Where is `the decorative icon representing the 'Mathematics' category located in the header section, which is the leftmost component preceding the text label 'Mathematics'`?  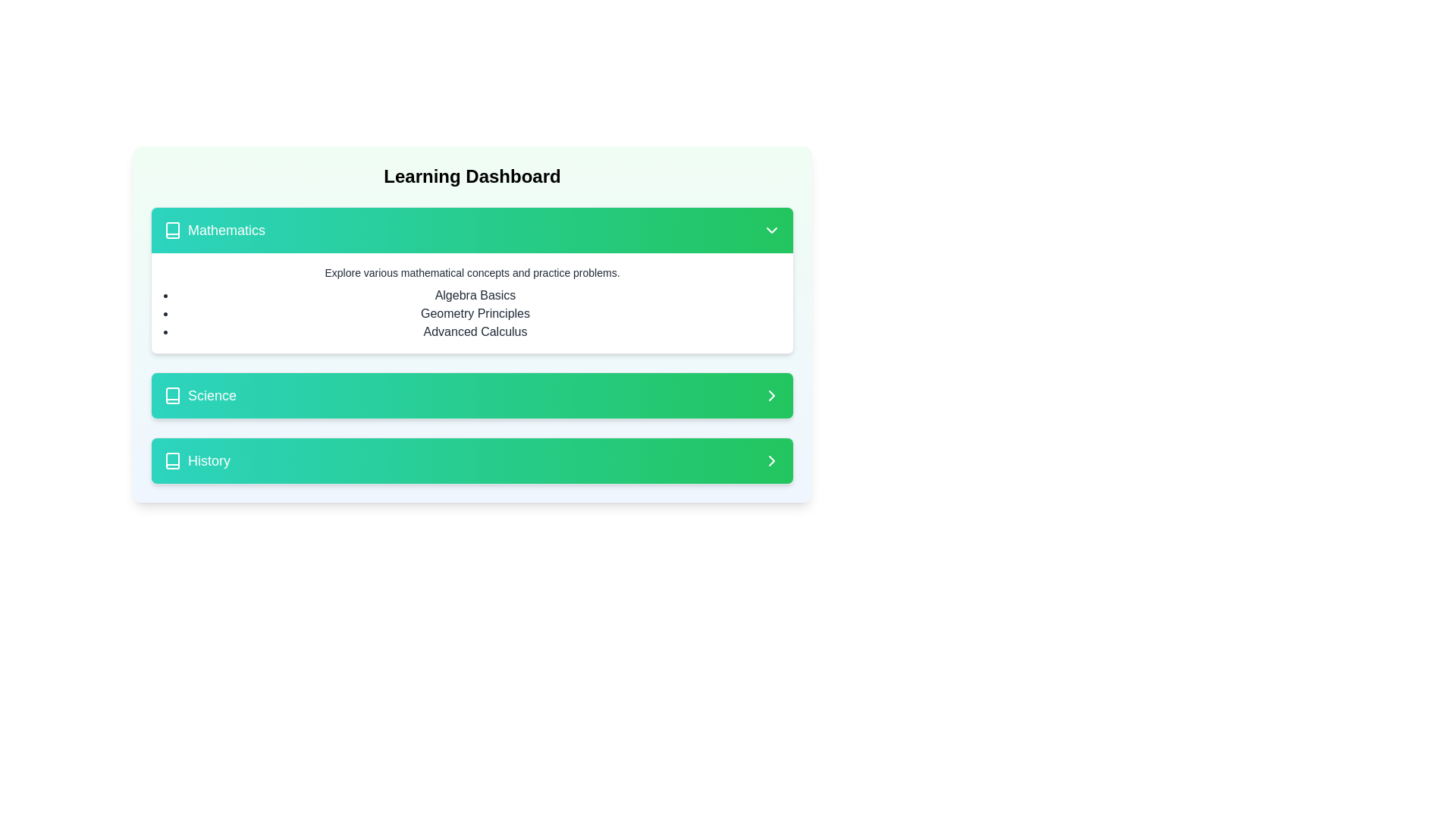
the decorative icon representing the 'Mathematics' category located in the header section, which is the leftmost component preceding the text label 'Mathematics' is located at coordinates (172, 231).